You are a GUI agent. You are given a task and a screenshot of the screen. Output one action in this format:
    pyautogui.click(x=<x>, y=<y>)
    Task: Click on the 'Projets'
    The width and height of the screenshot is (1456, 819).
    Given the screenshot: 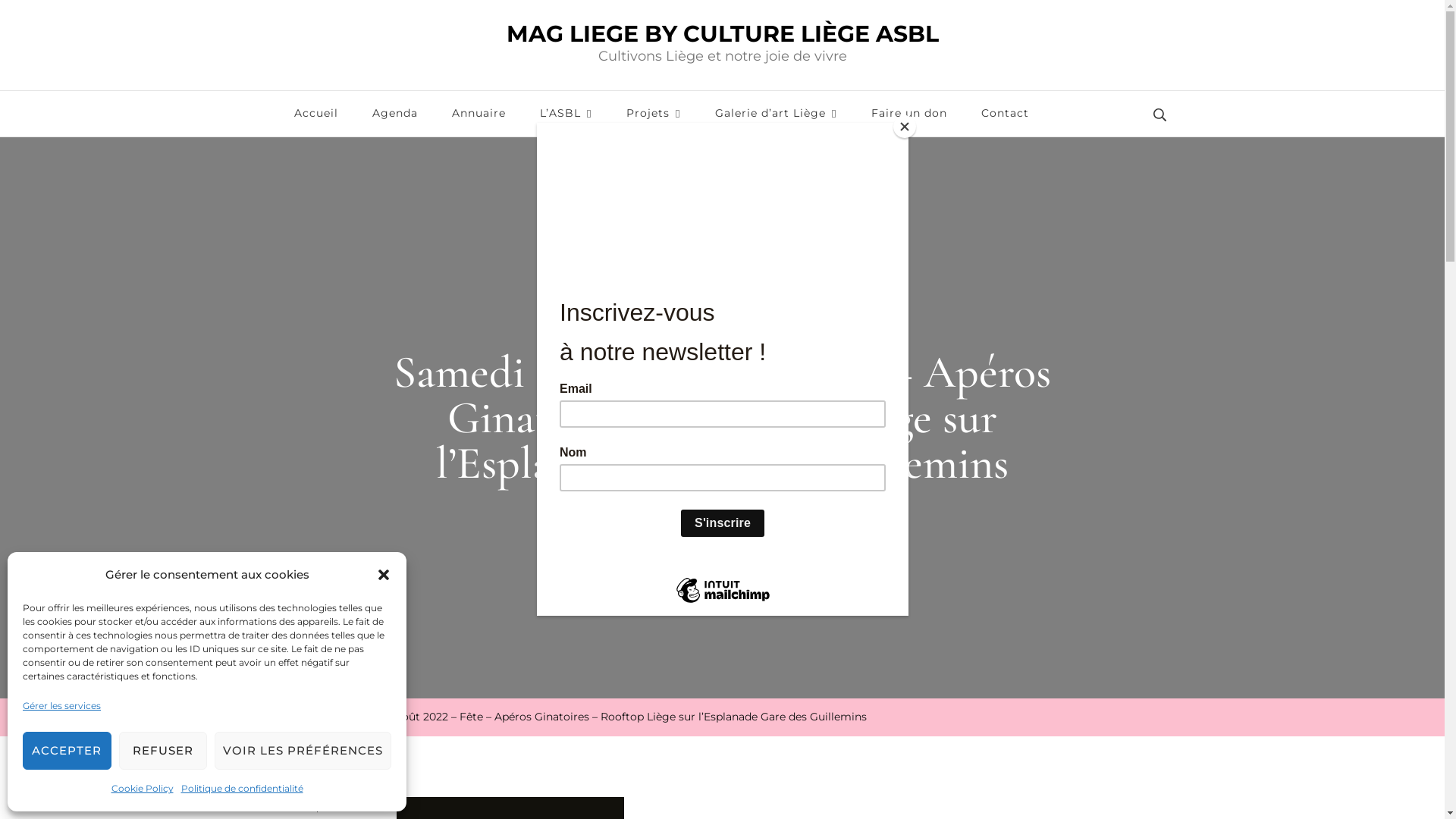 What is the action you would take?
    pyautogui.click(x=654, y=113)
    